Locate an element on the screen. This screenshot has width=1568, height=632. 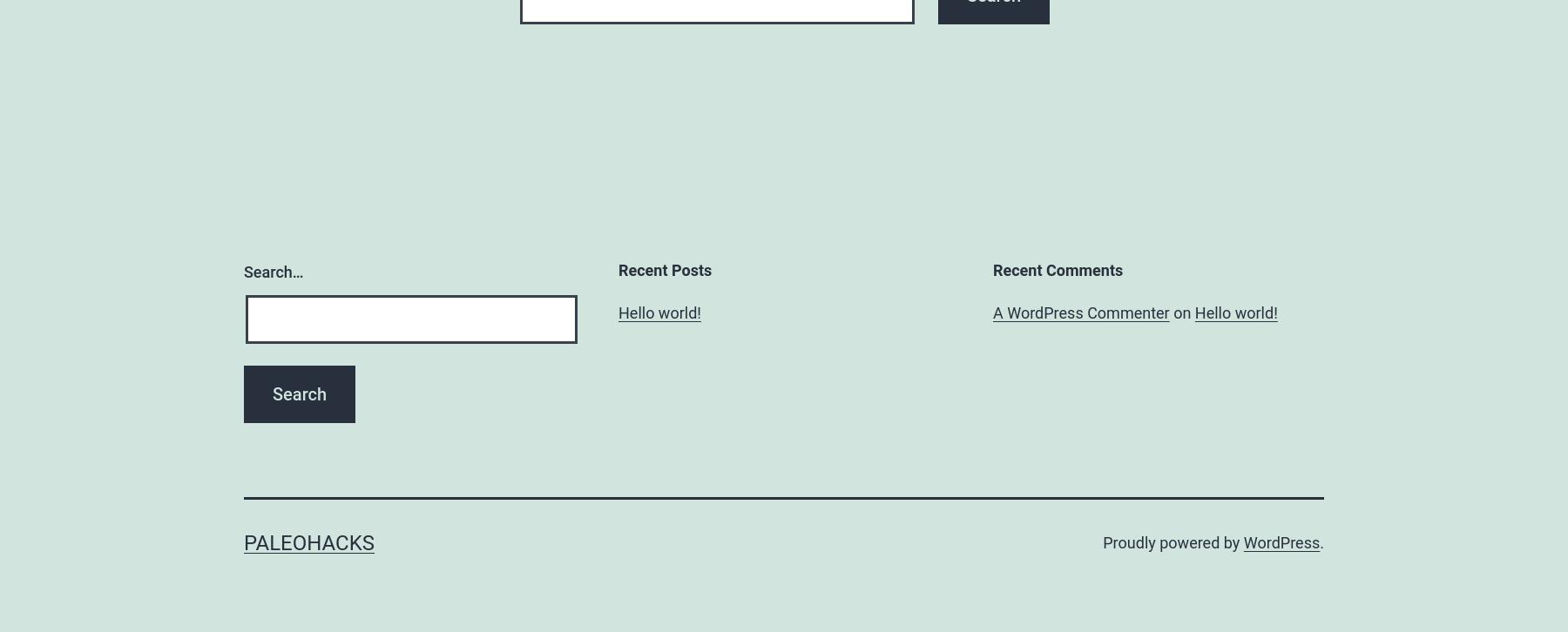
'Recent Posts' is located at coordinates (664, 269).